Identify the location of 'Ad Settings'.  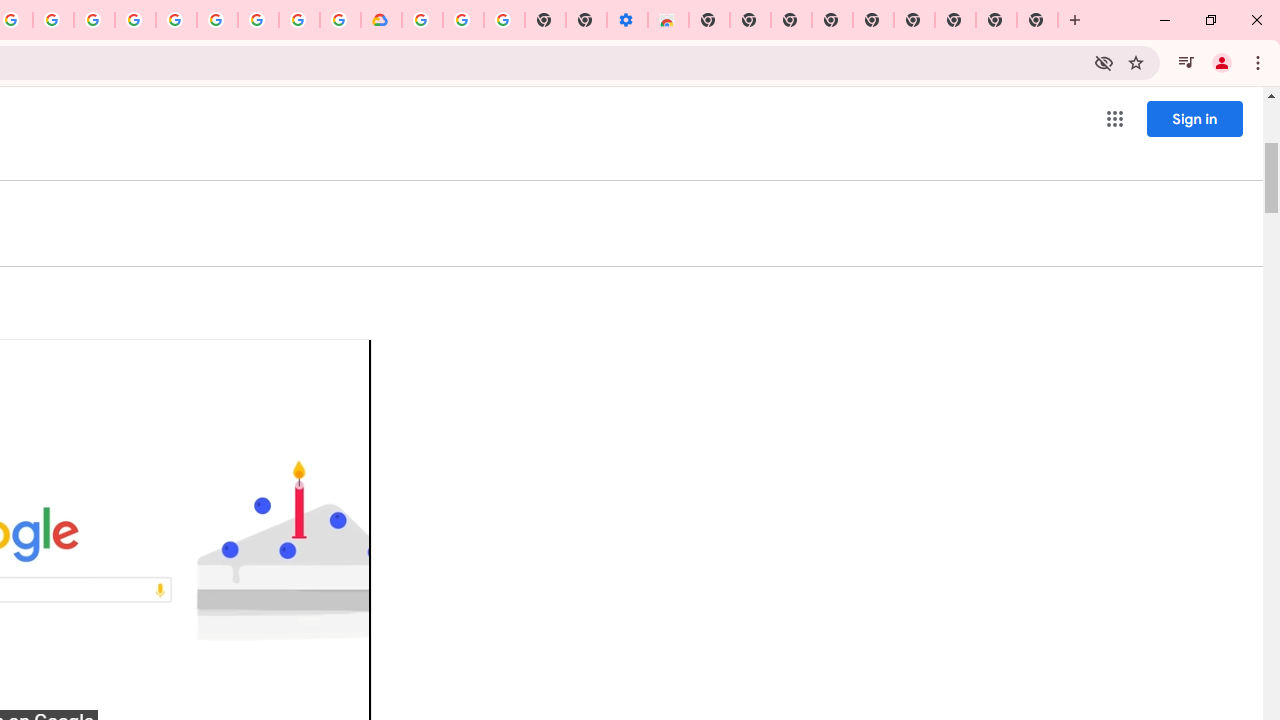
(134, 20).